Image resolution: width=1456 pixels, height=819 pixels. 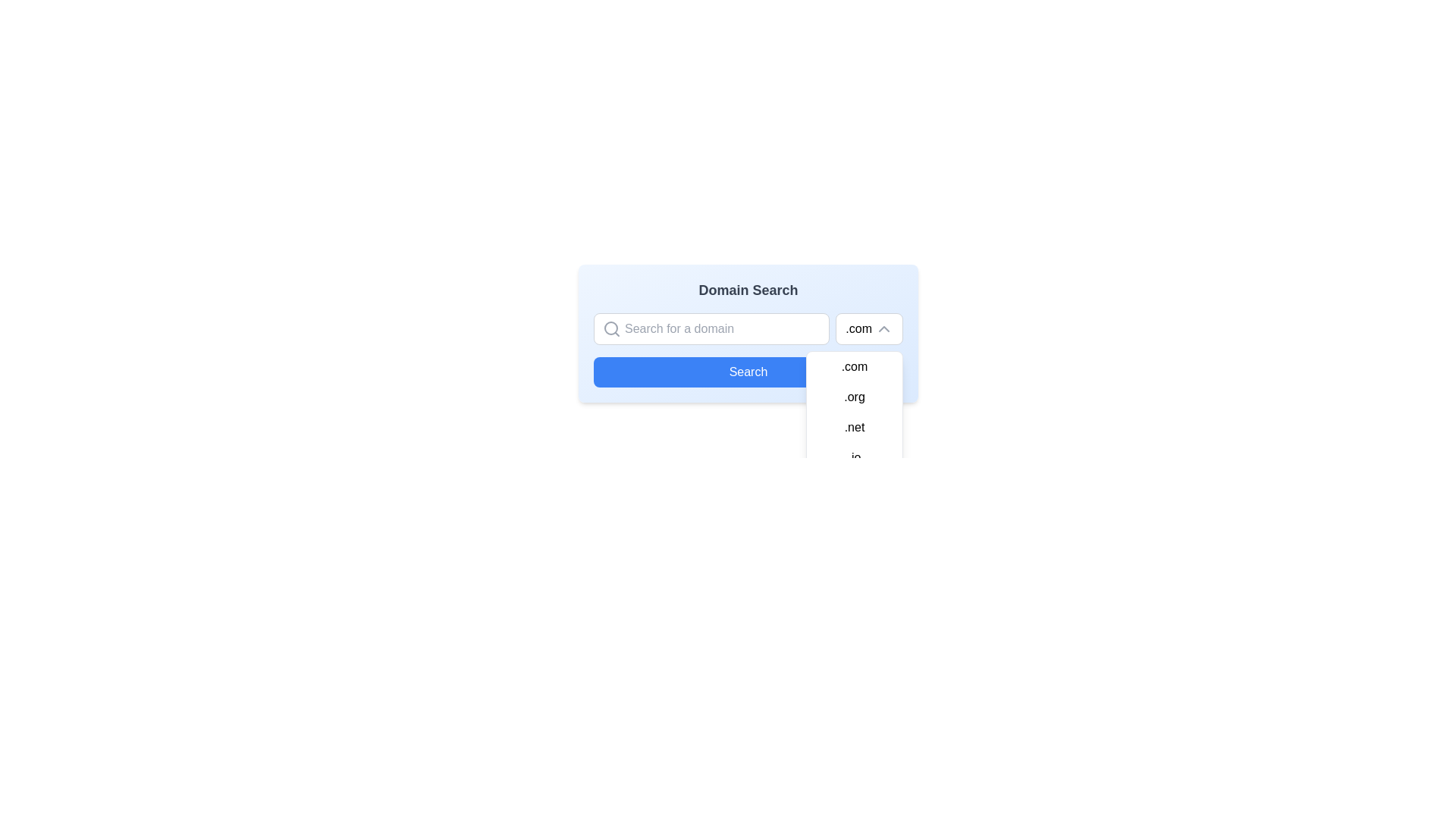 What do you see at coordinates (748, 290) in the screenshot?
I see `the Text Label that serves as a title for the domain search functionality, positioned above the domain entry box and search button` at bounding box center [748, 290].